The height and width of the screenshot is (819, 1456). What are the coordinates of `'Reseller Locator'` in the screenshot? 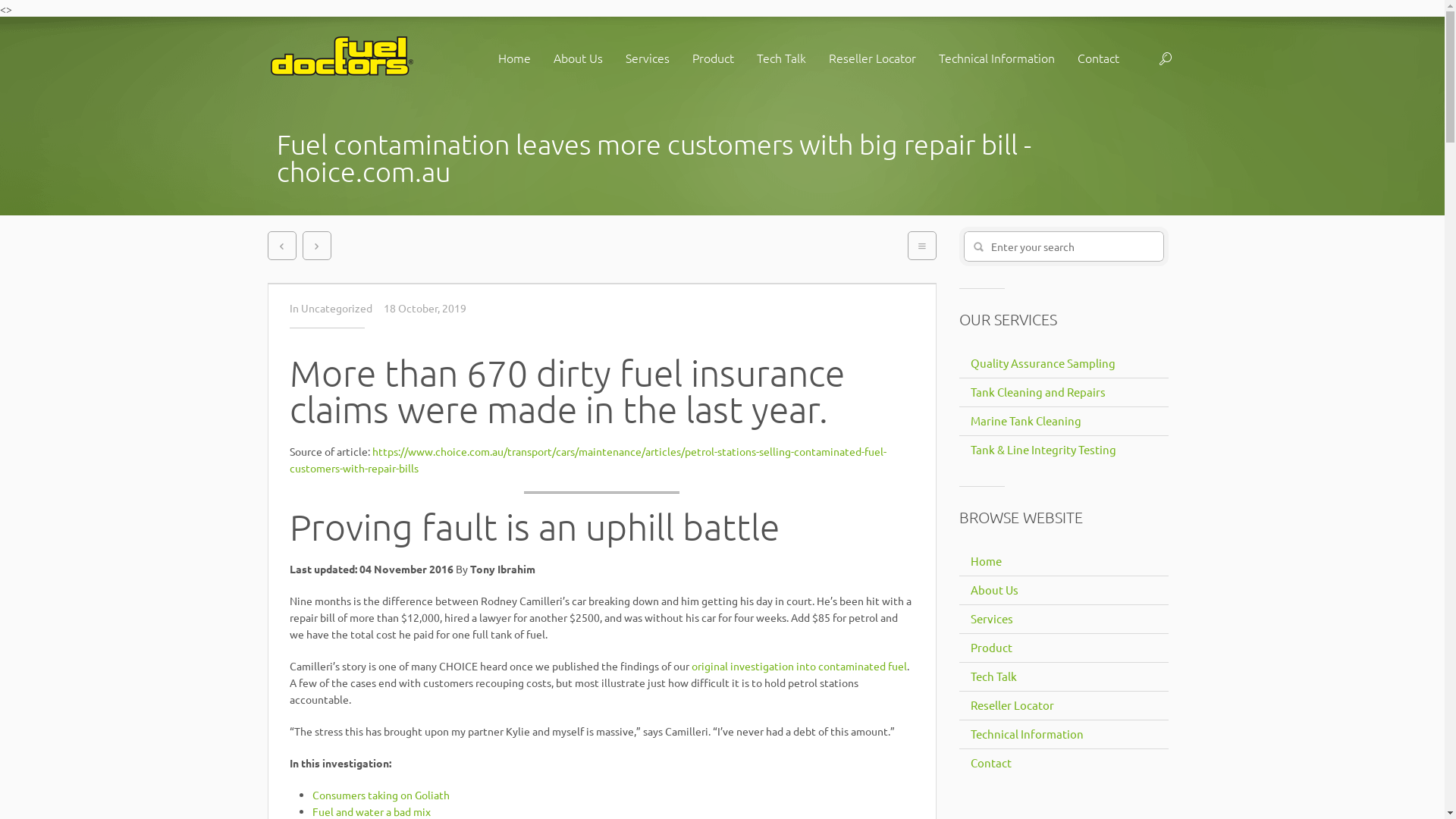 It's located at (1009, 704).